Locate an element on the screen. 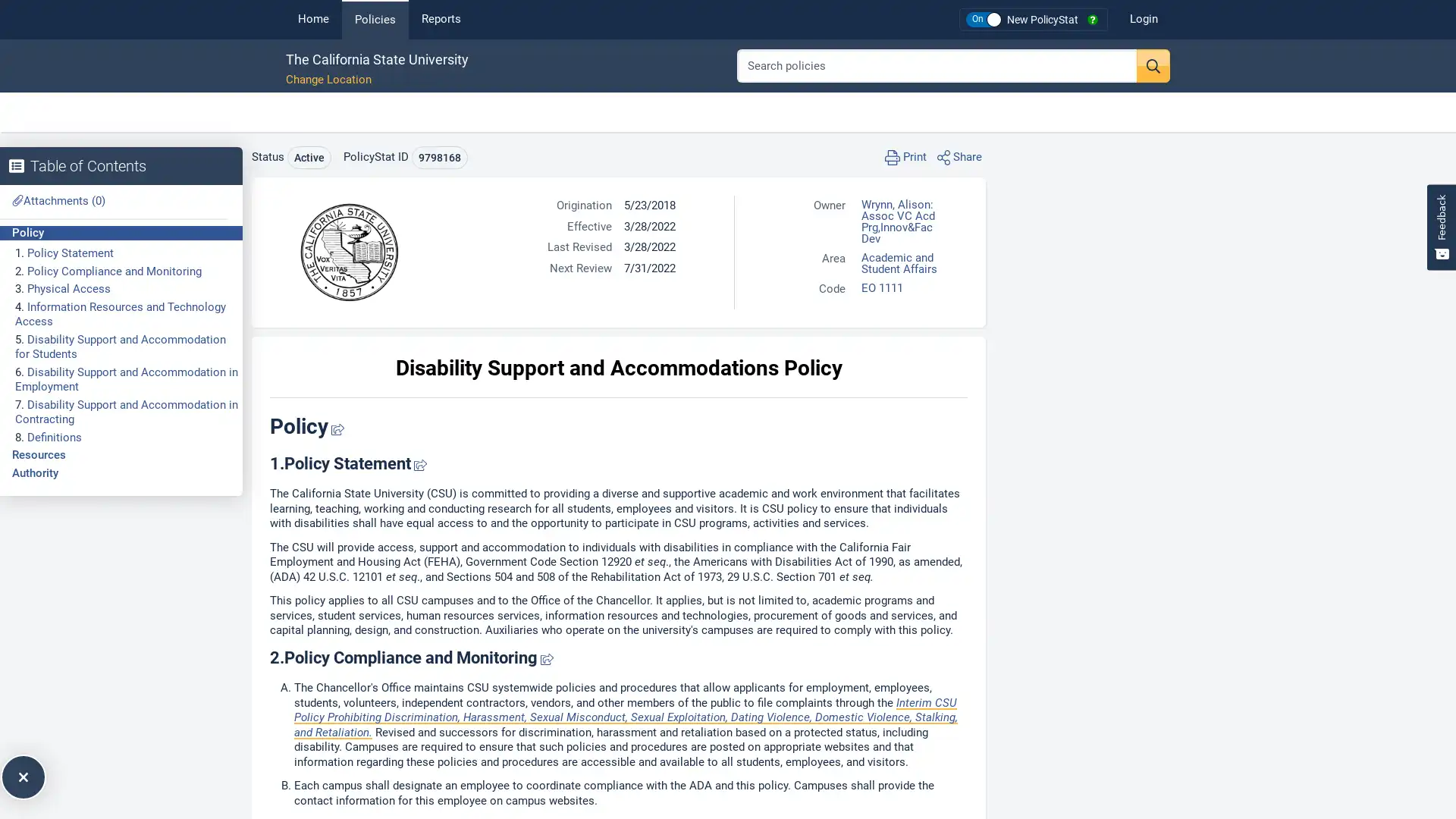 The image size is (1456, 819). Change Location is located at coordinates (328, 79).